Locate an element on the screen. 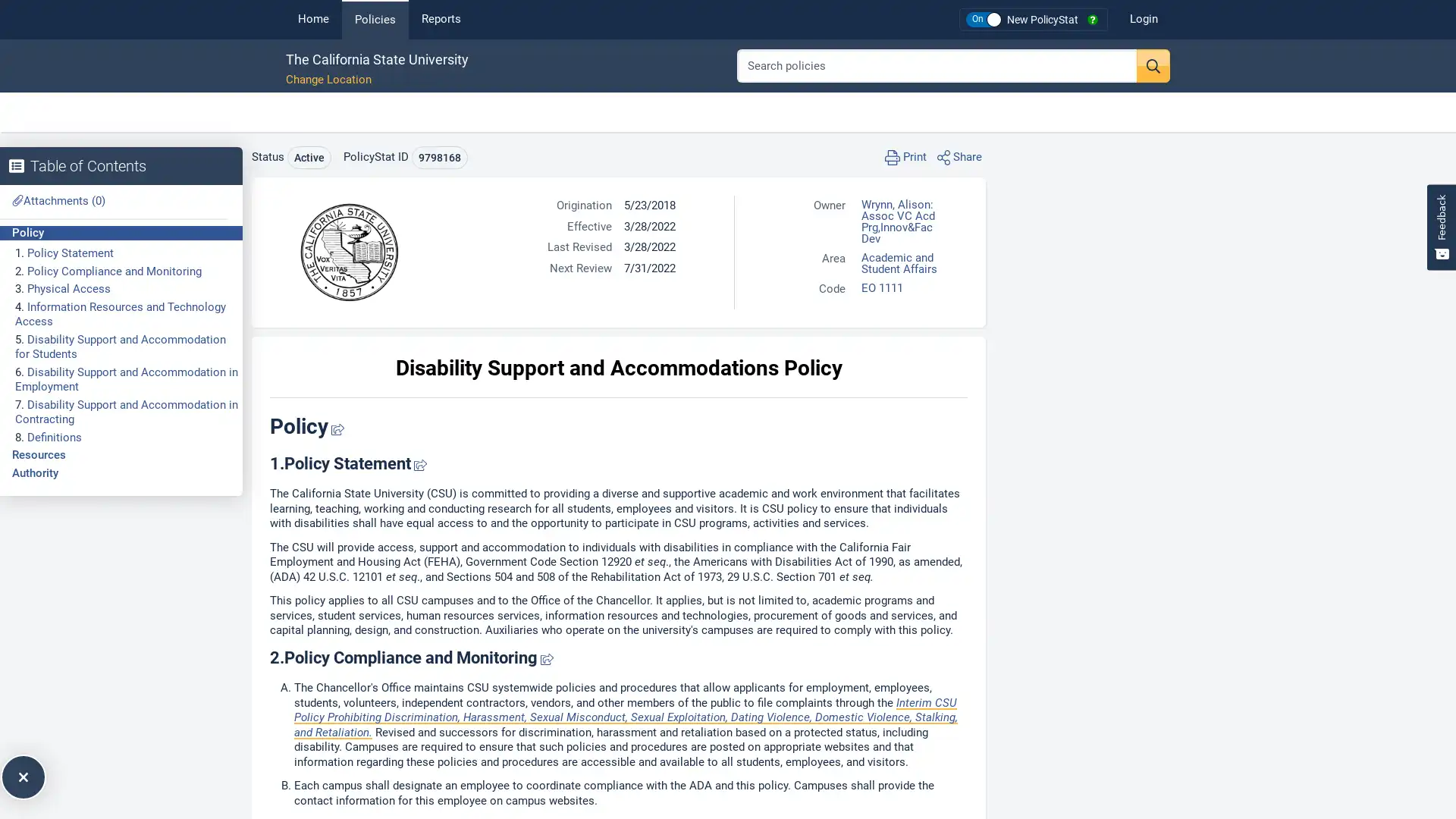 The image size is (1456, 819). Change Location is located at coordinates (328, 79).